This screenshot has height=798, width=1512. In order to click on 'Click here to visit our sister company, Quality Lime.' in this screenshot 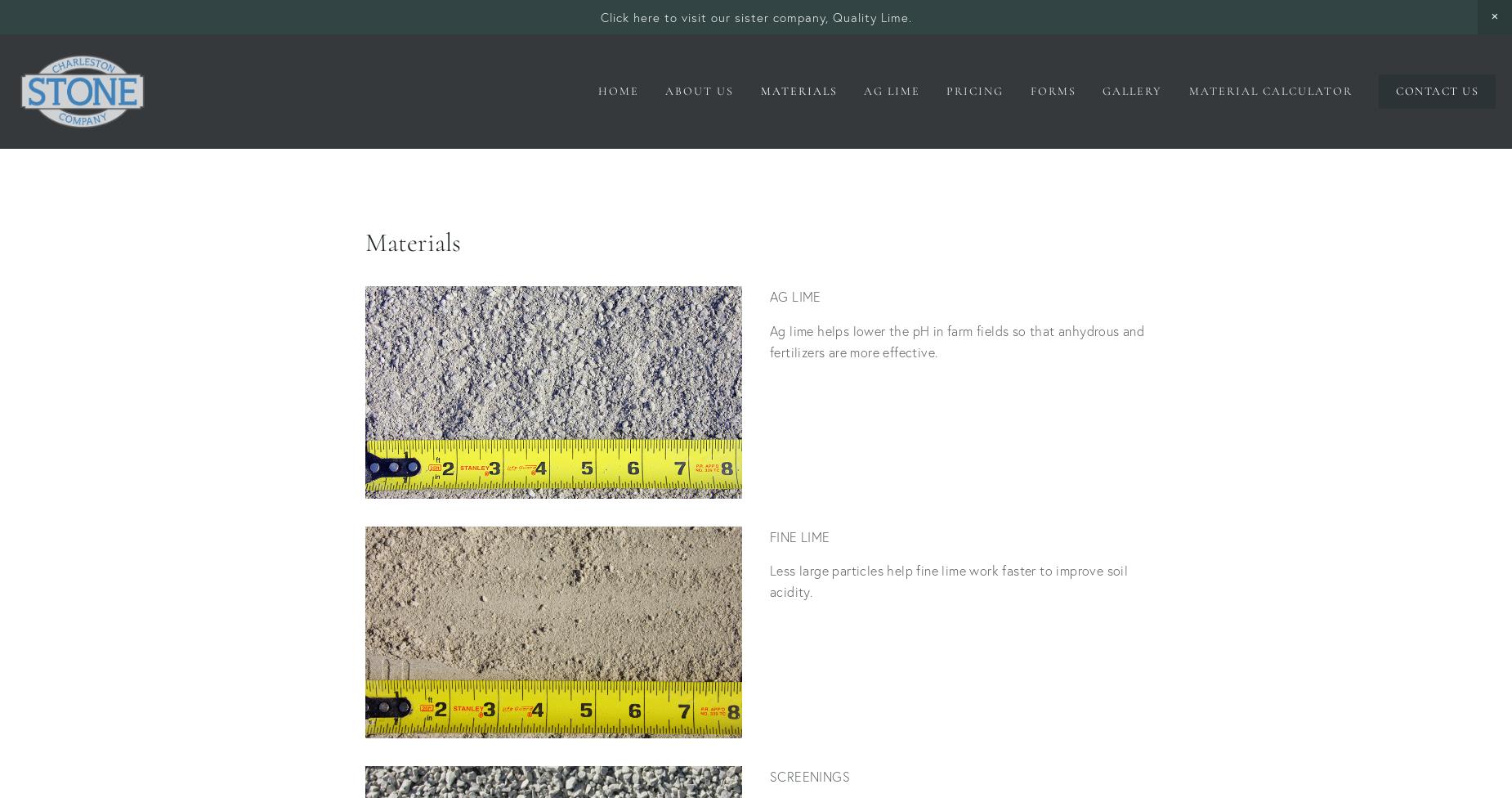, I will do `click(755, 16)`.